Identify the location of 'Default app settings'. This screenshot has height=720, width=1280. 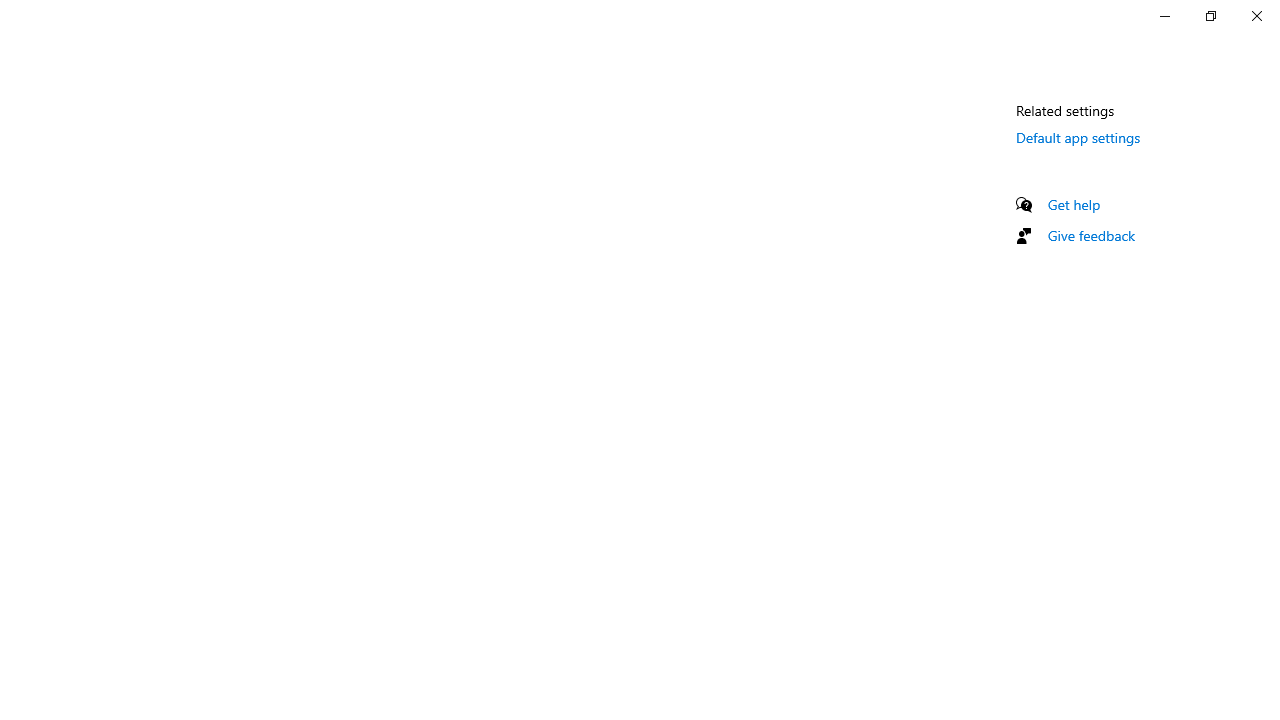
(1077, 136).